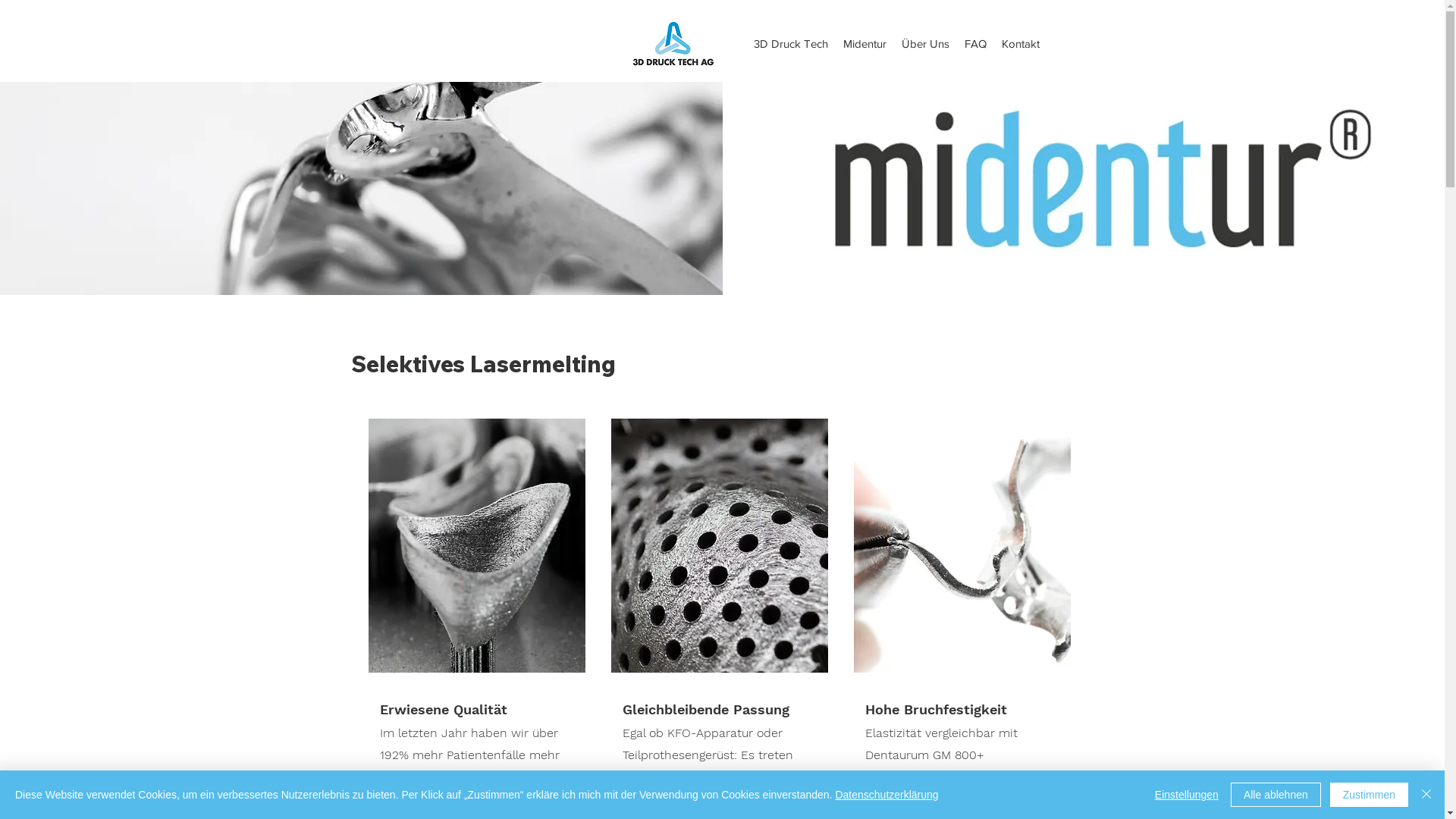 The height and width of the screenshot is (819, 1456). Describe the element at coordinates (864, 42) in the screenshot. I see `'Midentur'` at that location.